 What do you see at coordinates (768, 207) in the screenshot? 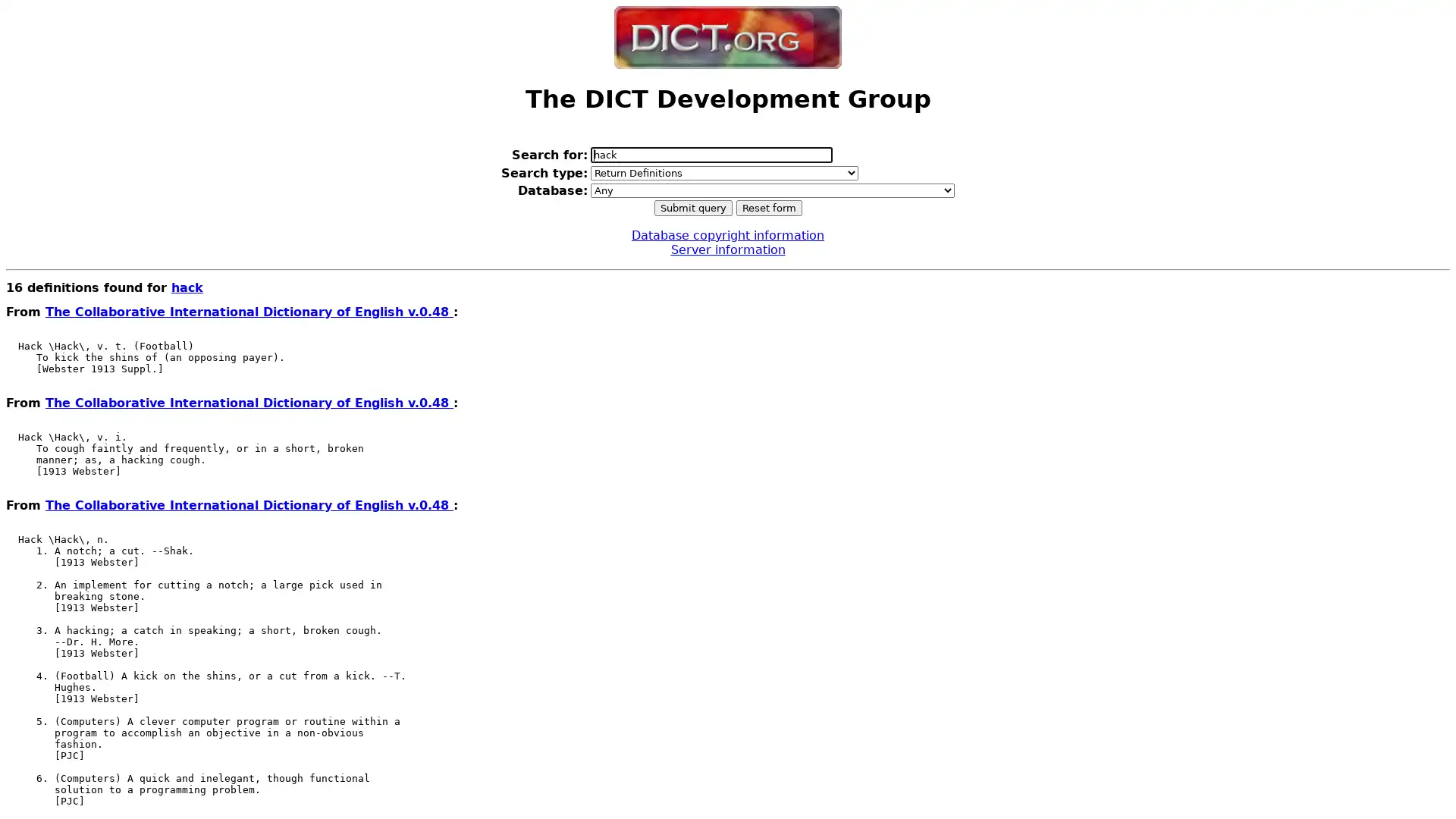
I see `Reset form` at bounding box center [768, 207].